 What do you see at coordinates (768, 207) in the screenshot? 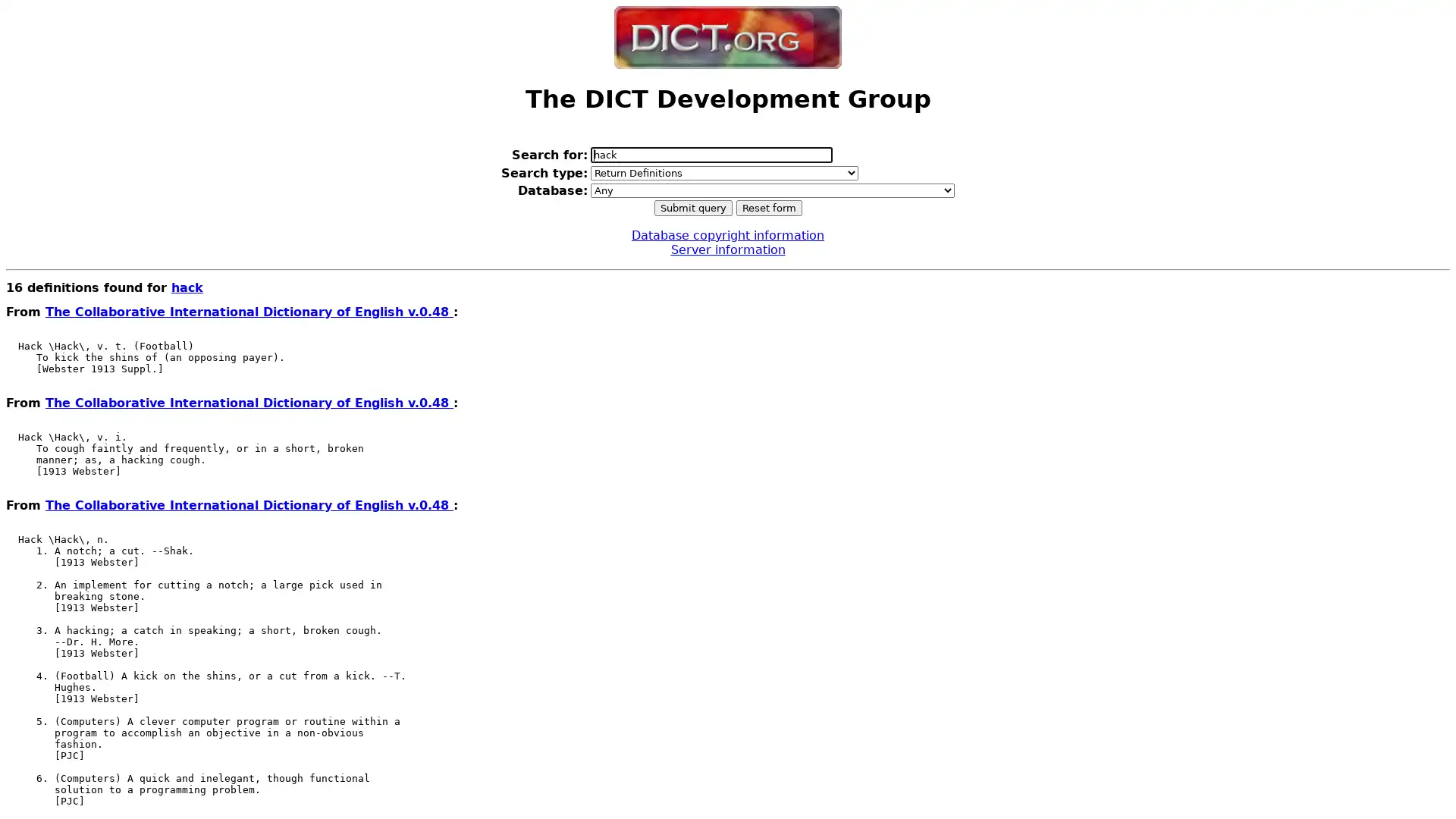
I see `Reset form` at bounding box center [768, 207].